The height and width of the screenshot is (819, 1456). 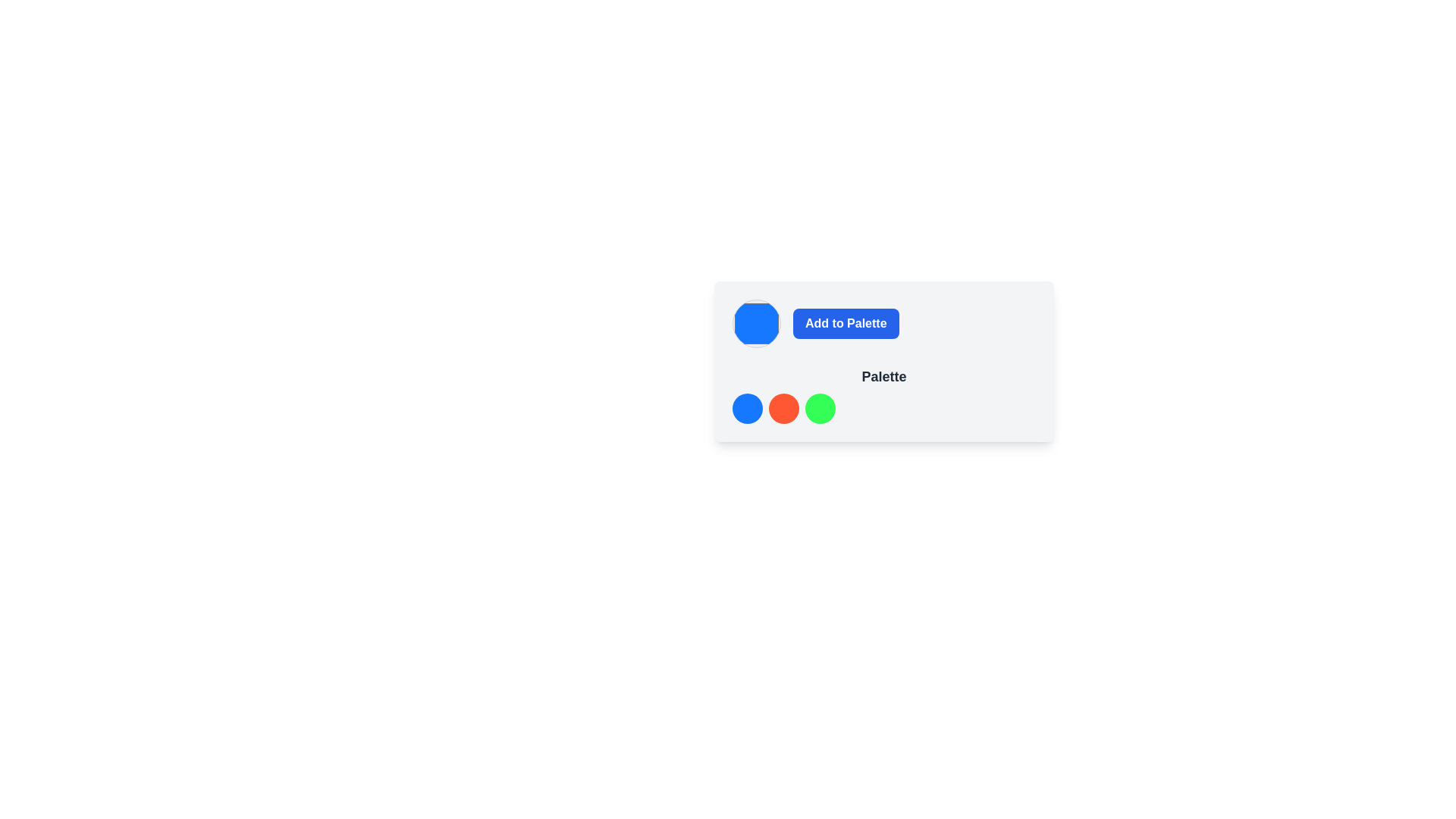 I want to click on the text label that serves as a title or heading, positioned below the 'Add to Palette' button and above the colored circular elements, so click(x=884, y=376).